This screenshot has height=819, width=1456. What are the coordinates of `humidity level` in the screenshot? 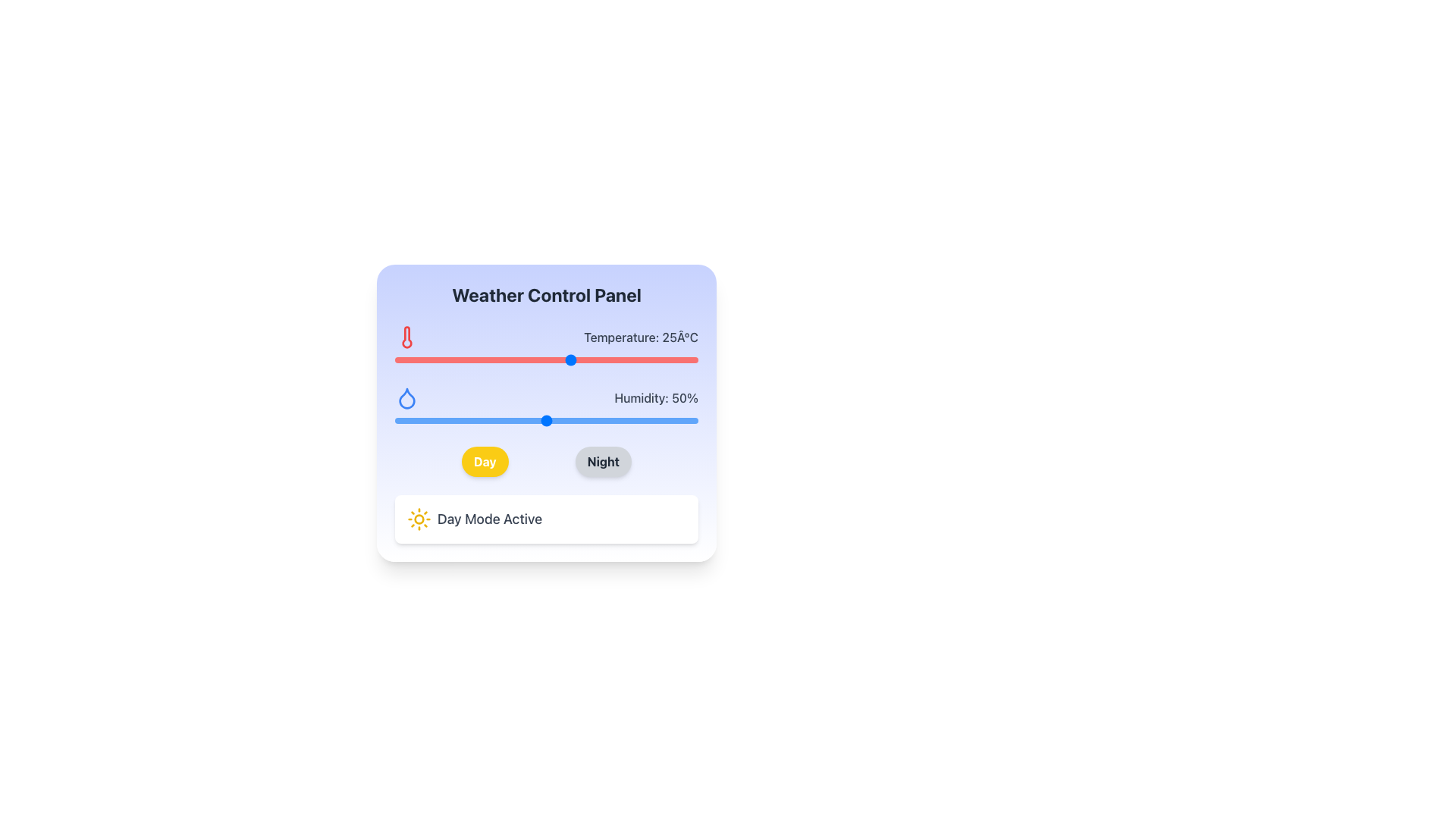 It's located at (488, 421).